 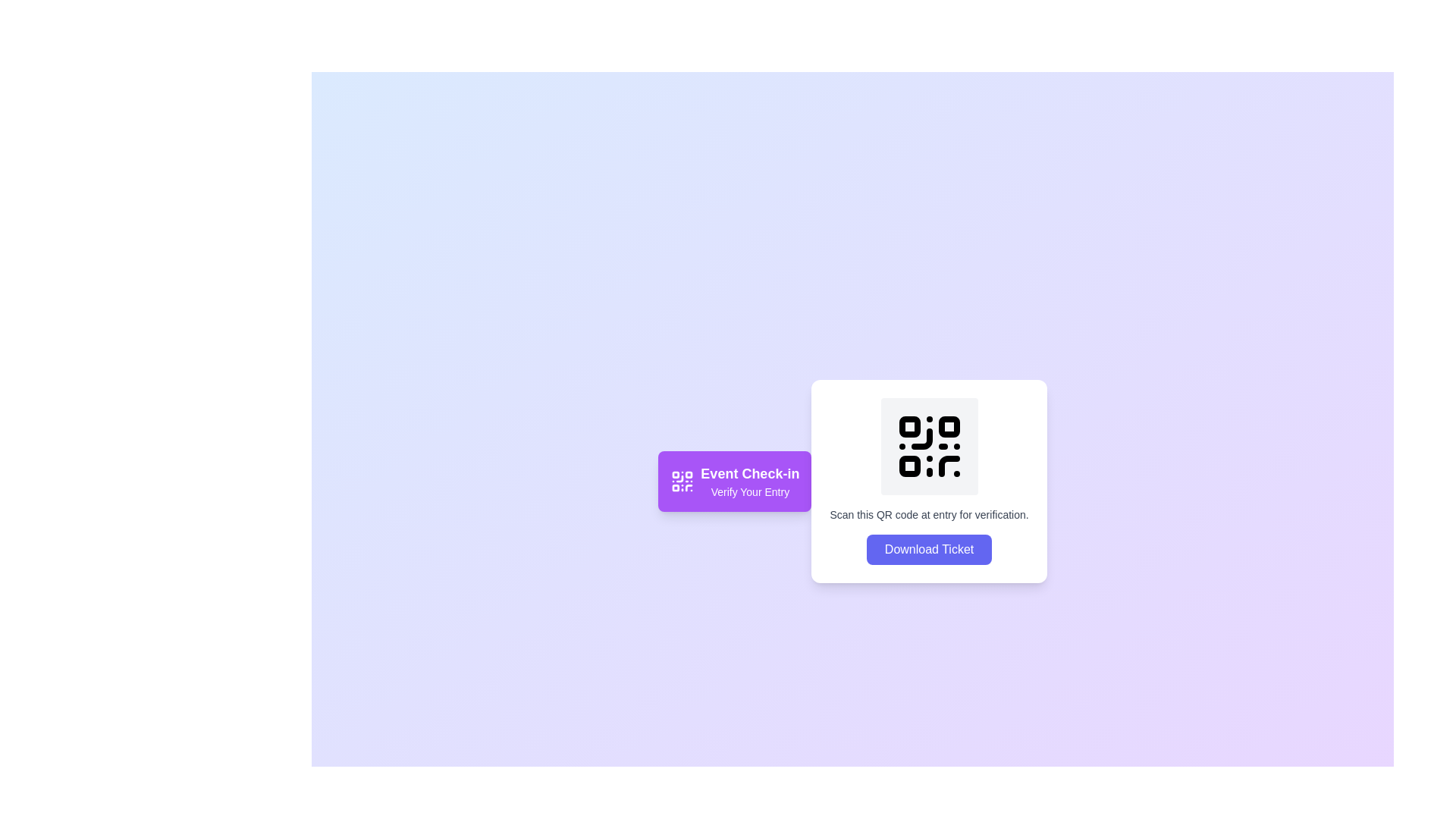 I want to click on the text label that displays 'Verify Your Entry' in white on a purple background, located below 'Event Check-in' within a card-like structure, so click(x=750, y=491).